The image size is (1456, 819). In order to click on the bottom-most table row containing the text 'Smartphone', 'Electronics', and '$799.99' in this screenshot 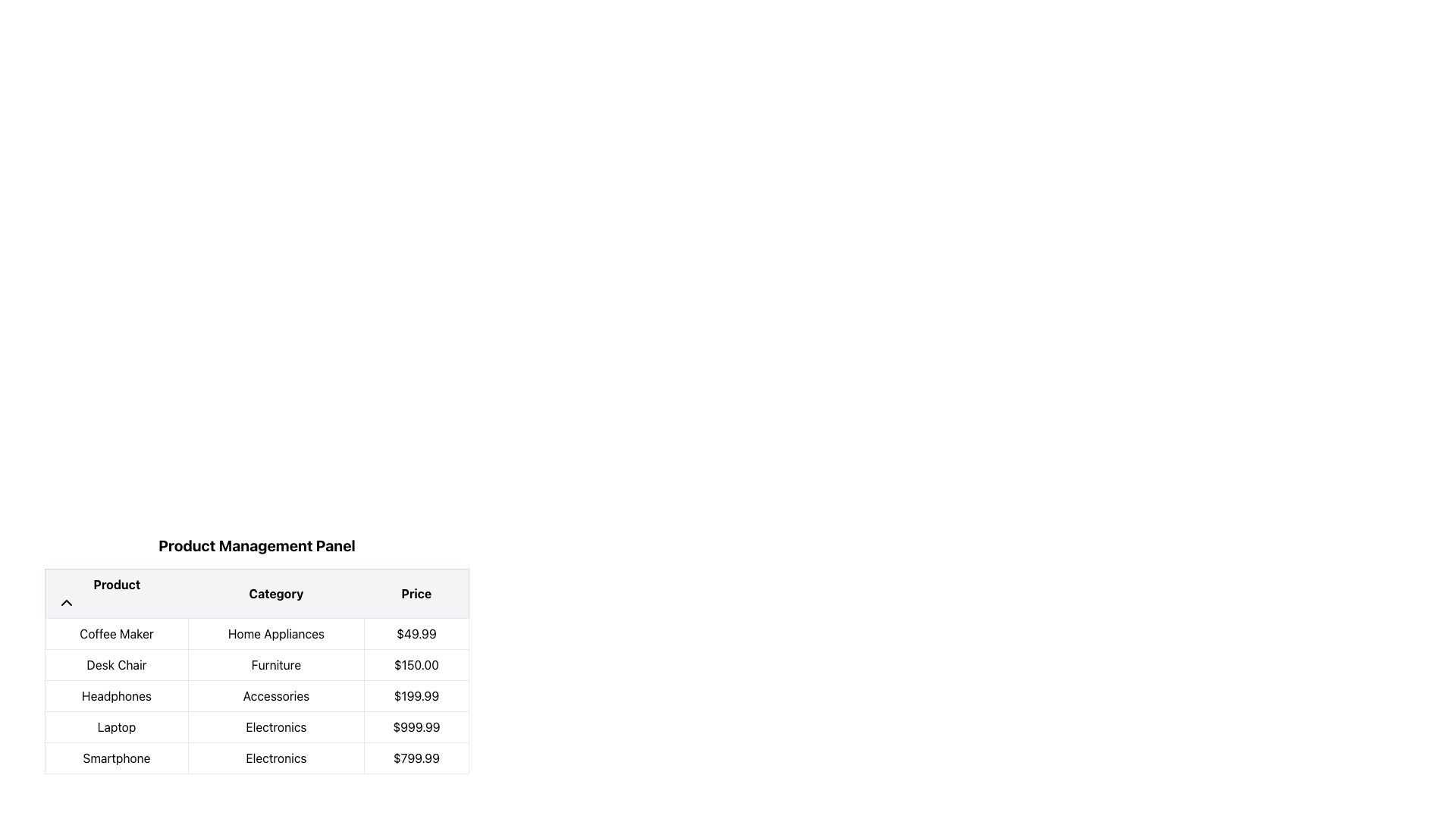, I will do `click(257, 758)`.